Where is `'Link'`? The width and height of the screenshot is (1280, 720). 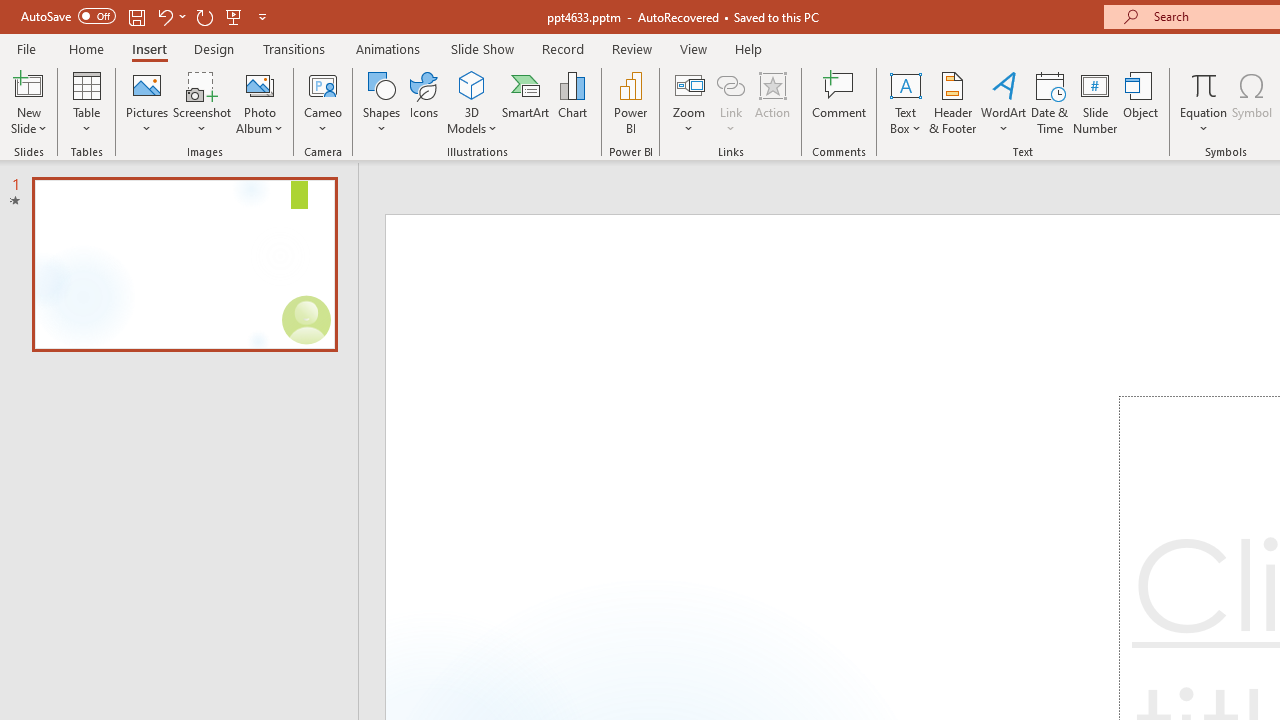
'Link' is located at coordinates (730, 103).